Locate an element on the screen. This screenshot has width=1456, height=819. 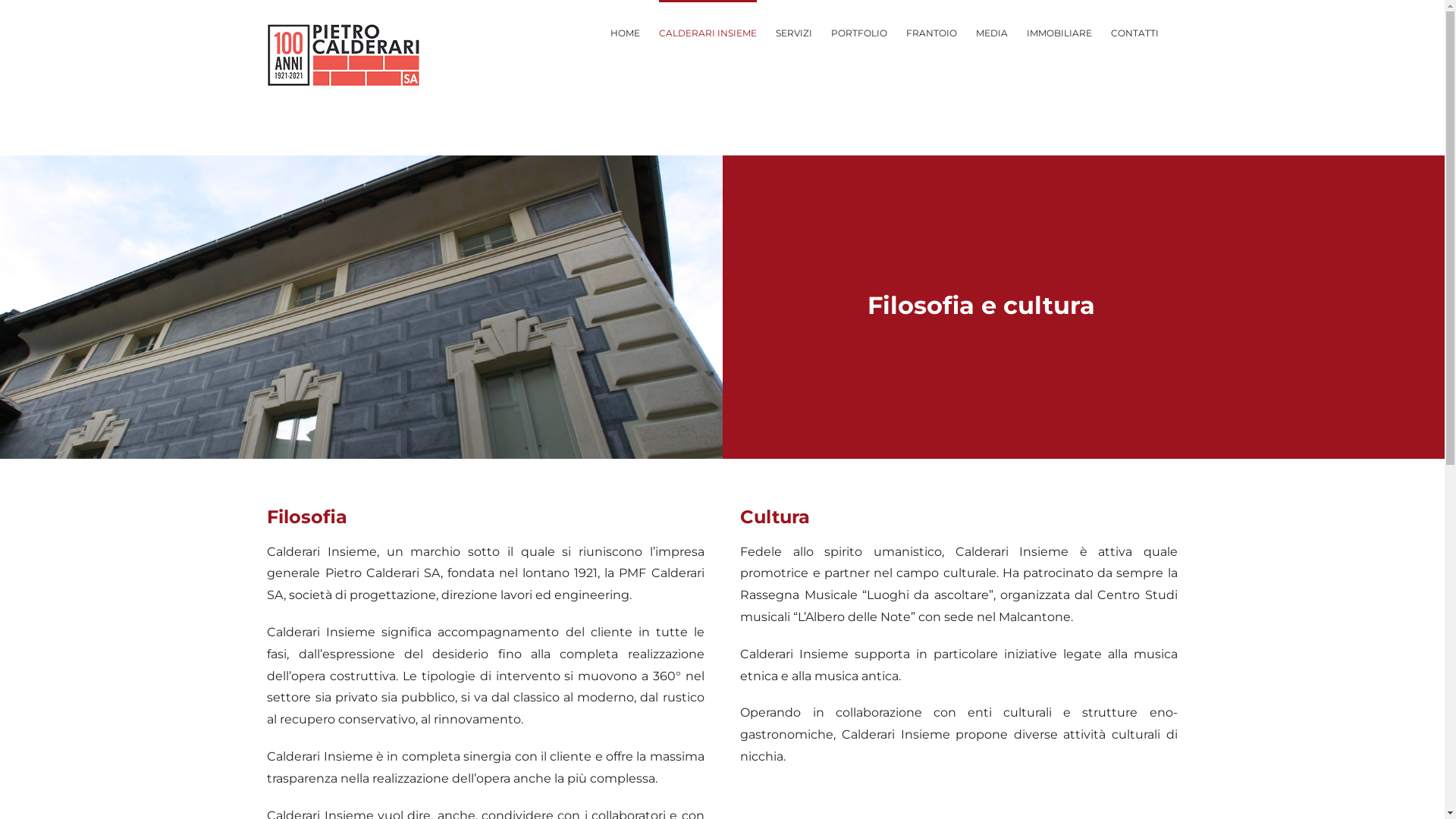
'CALDERARI INSIEME' is located at coordinates (706, 32).